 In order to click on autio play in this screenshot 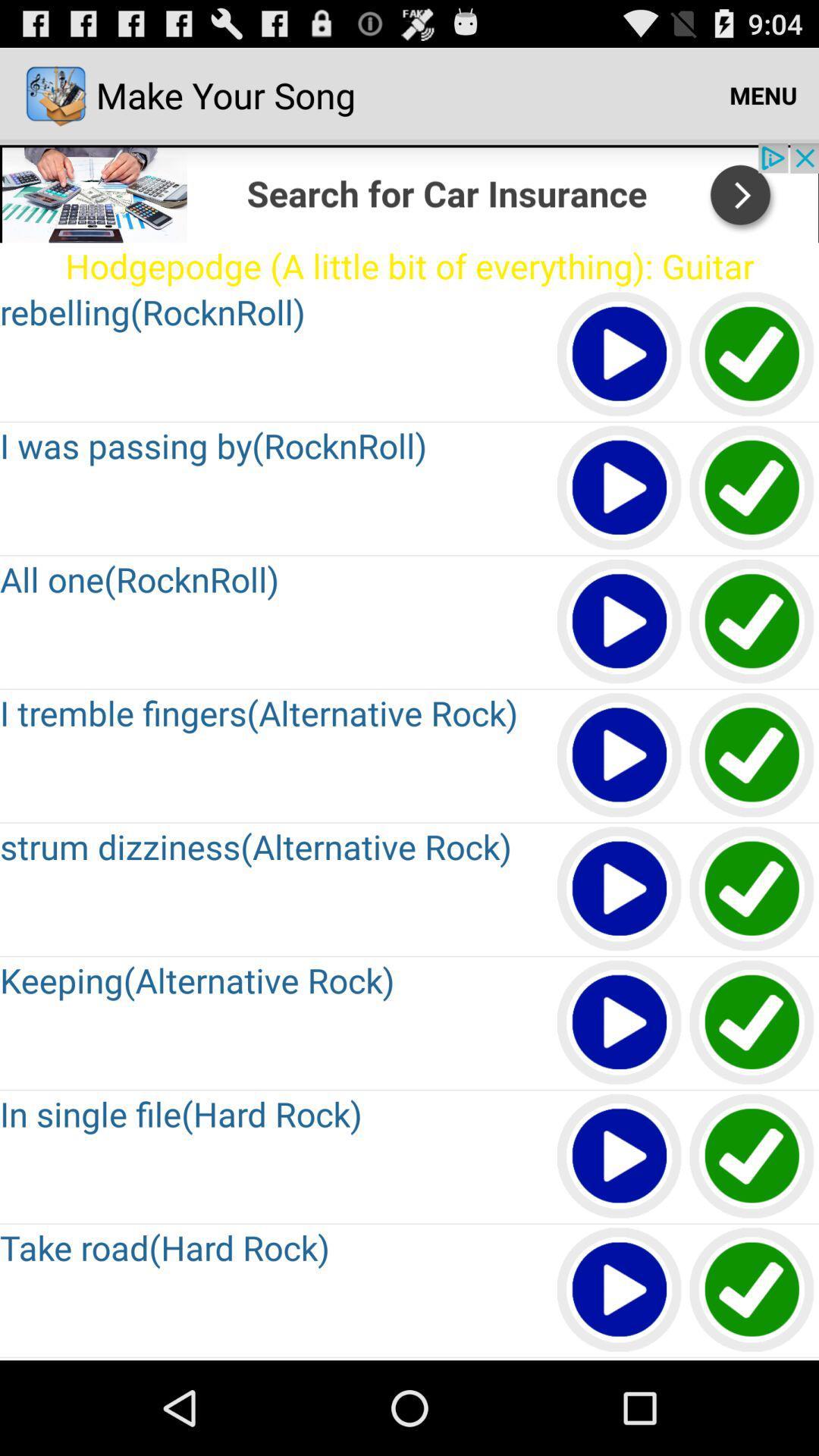, I will do `click(620, 488)`.